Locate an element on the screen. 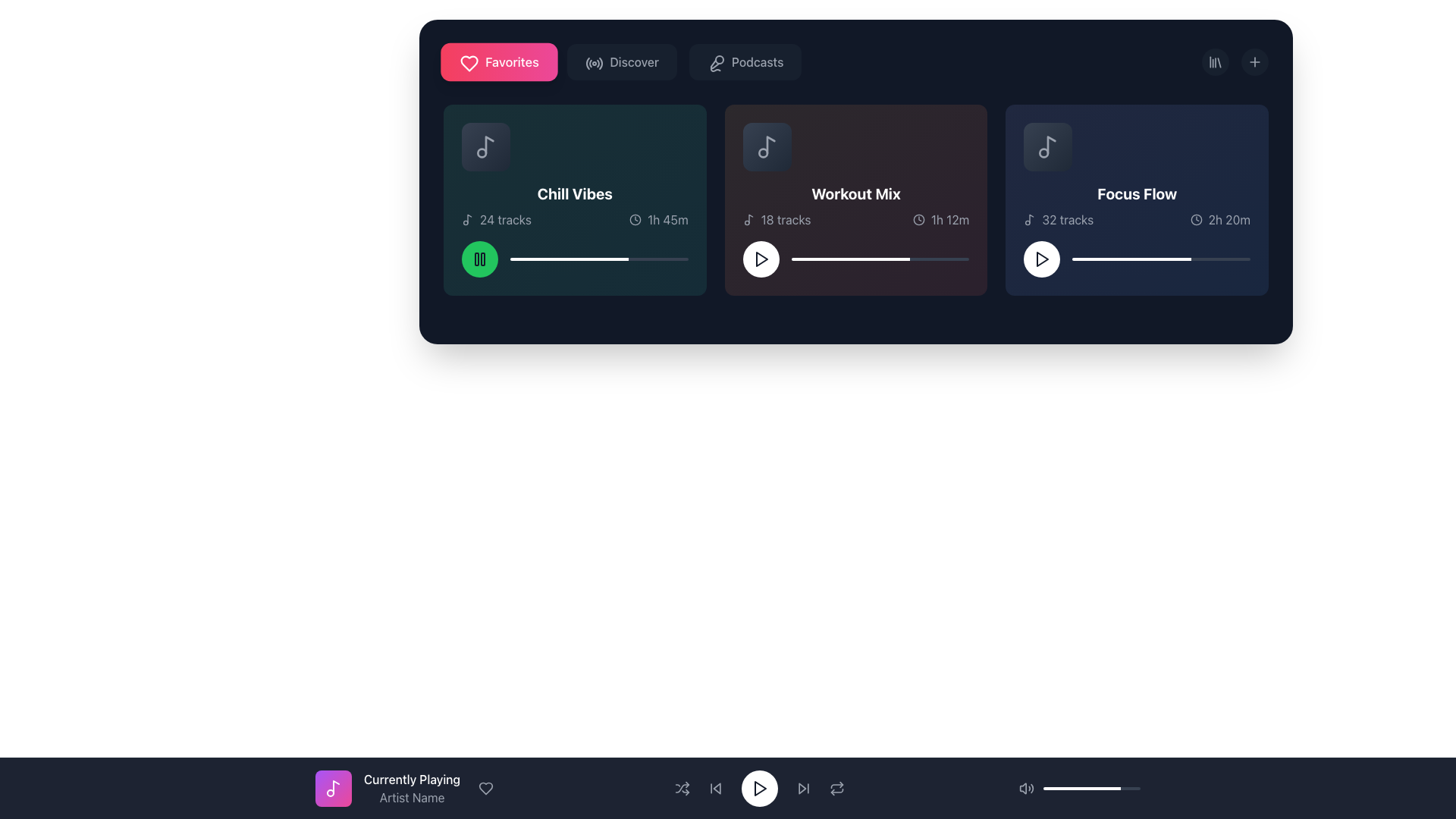  the circular button with a heart icon that changes color on hover, located on the far right of the row containing 'Currently Playing' and 'Artist Name' is located at coordinates (486, 788).